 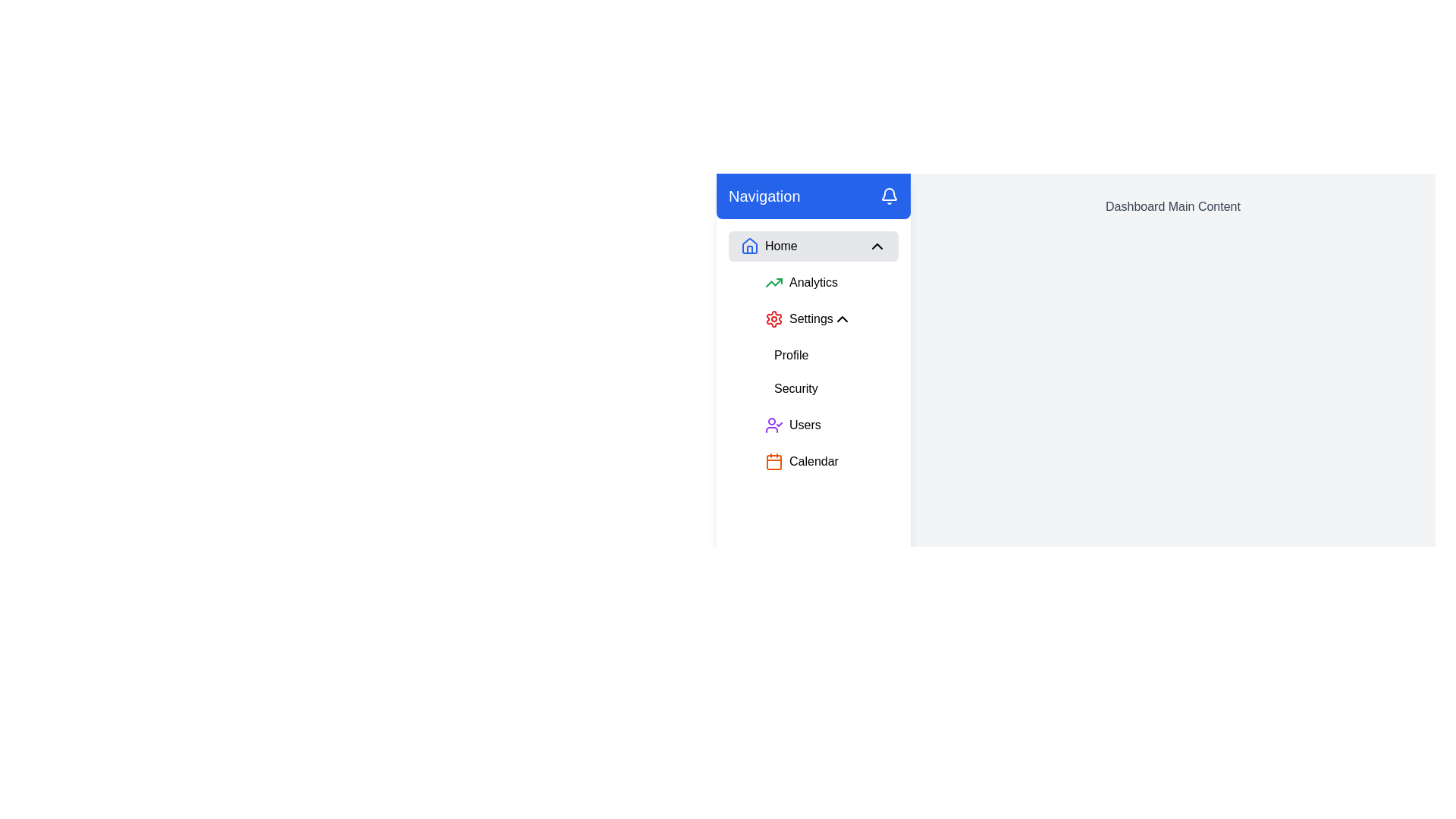 I want to click on the 'Profile' button in the sidebar menu, so click(x=790, y=356).